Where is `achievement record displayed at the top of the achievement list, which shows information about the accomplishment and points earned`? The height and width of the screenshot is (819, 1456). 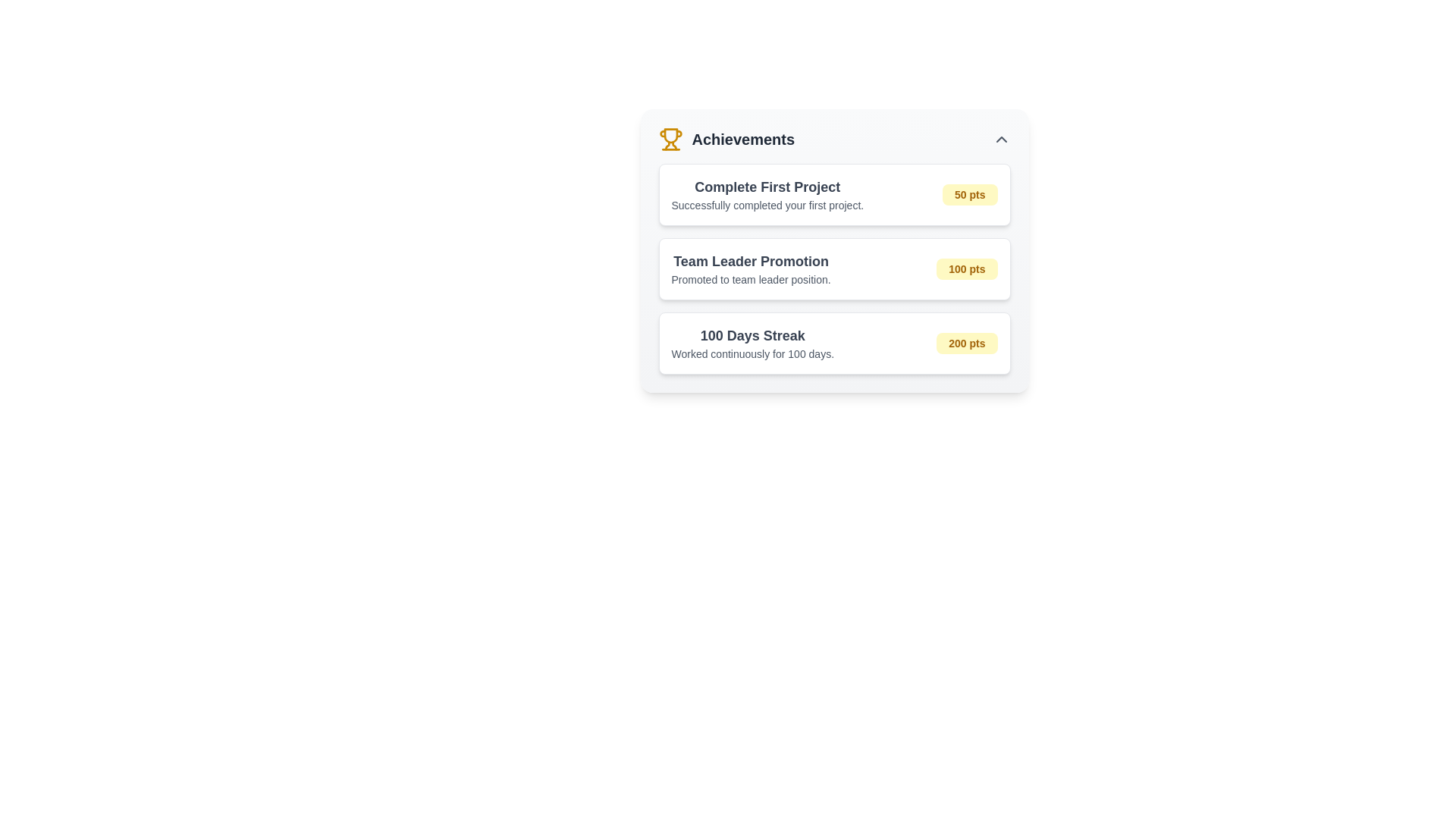
achievement record displayed at the top of the achievement list, which shows information about the accomplishment and points earned is located at coordinates (833, 194).